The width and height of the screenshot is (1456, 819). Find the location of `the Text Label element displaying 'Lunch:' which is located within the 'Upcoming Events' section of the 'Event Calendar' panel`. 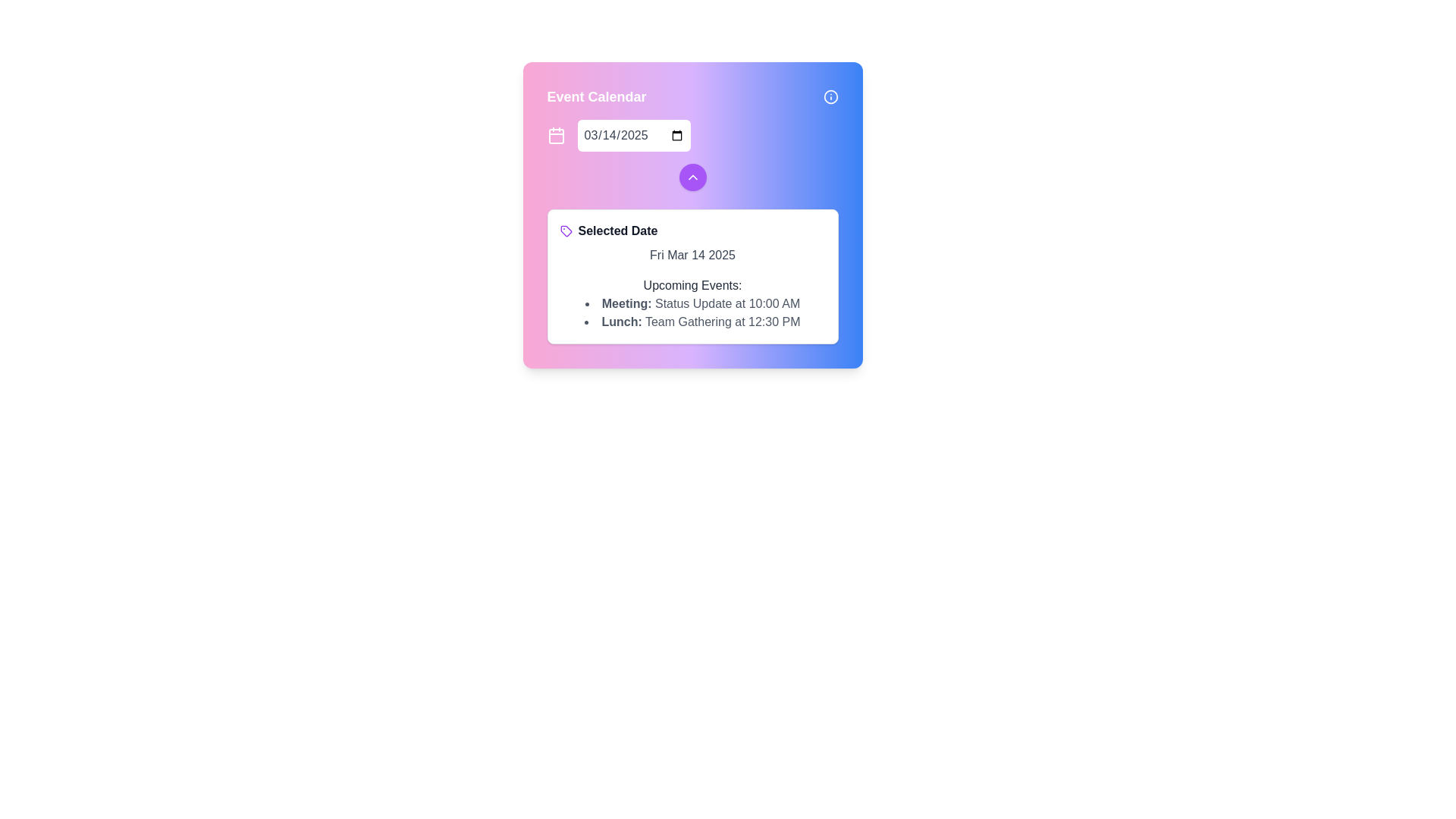

the Text Label element displaying 'Lunch:' which is located within the 'Upcoming Events' section of the 'Event Calendar' panel is located at coordinates (622, 321).